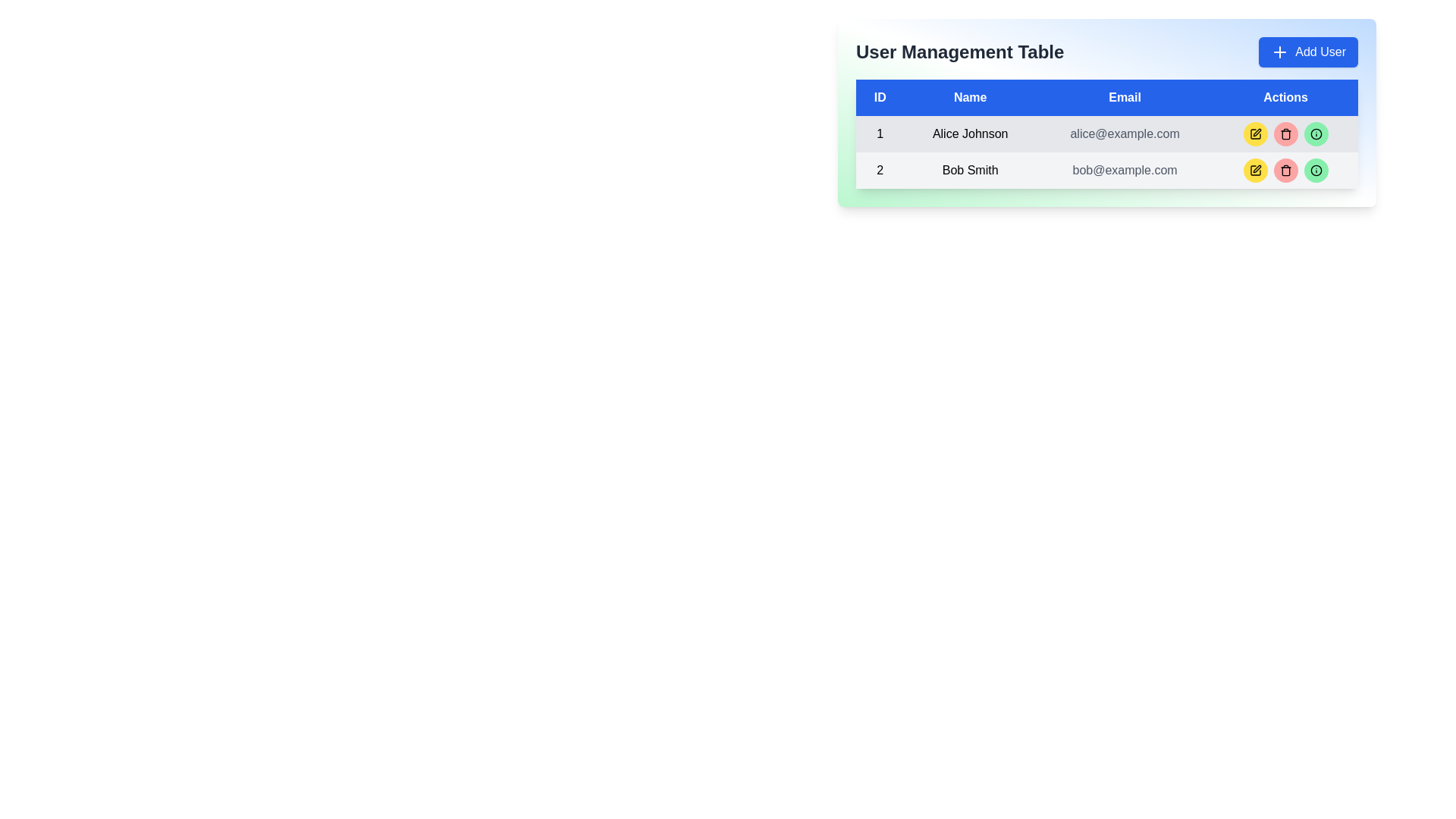 The height and width of the screenshot is (819, 1456). What do you see at coordinates (1307, 52) in the screenshot?
I see `the 'Add User' button located in the top-right corner of the header section above the user management table` at bounding box center [1307, 52].